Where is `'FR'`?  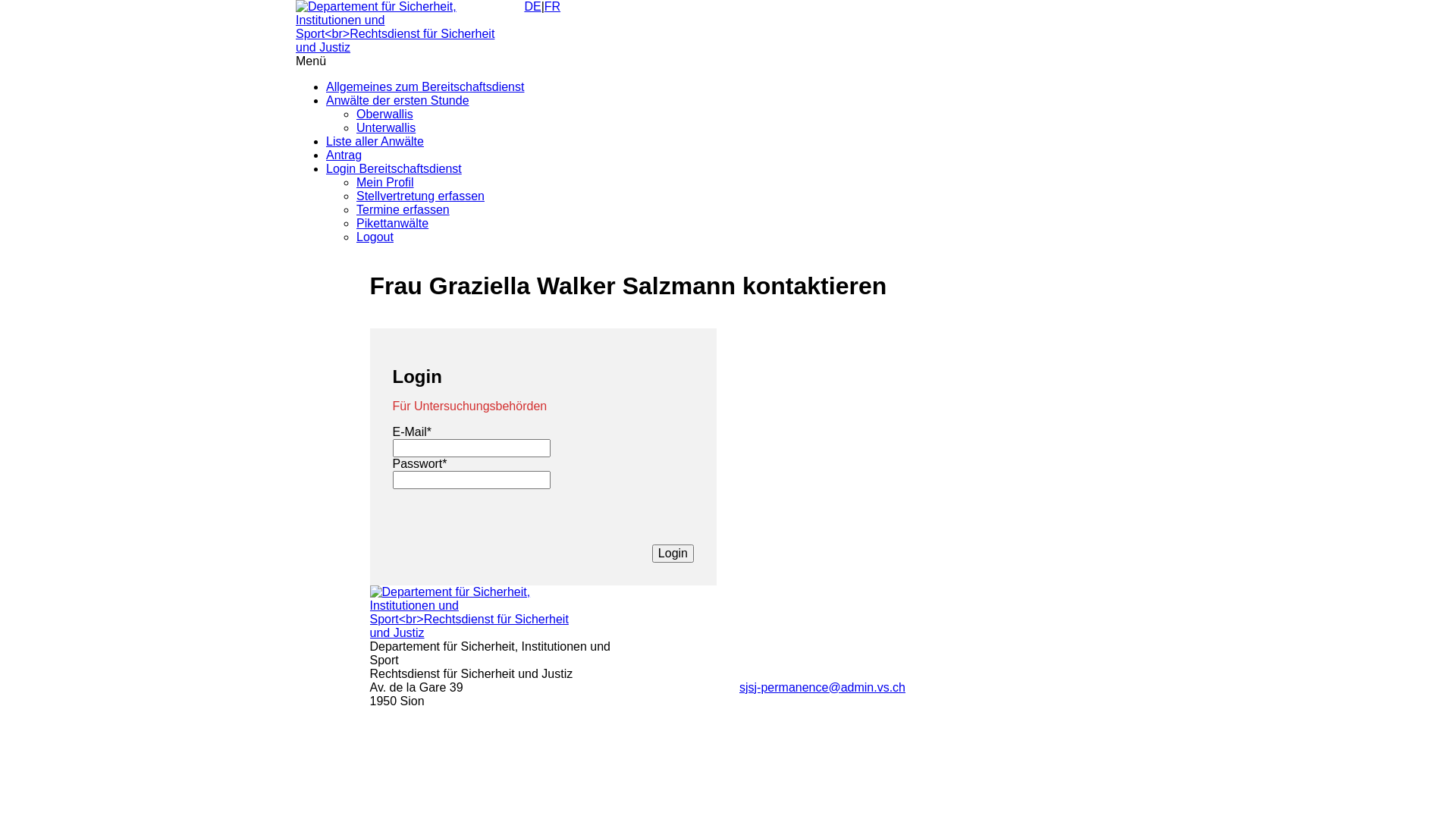
'FR' is located at coordinates (551, 6).